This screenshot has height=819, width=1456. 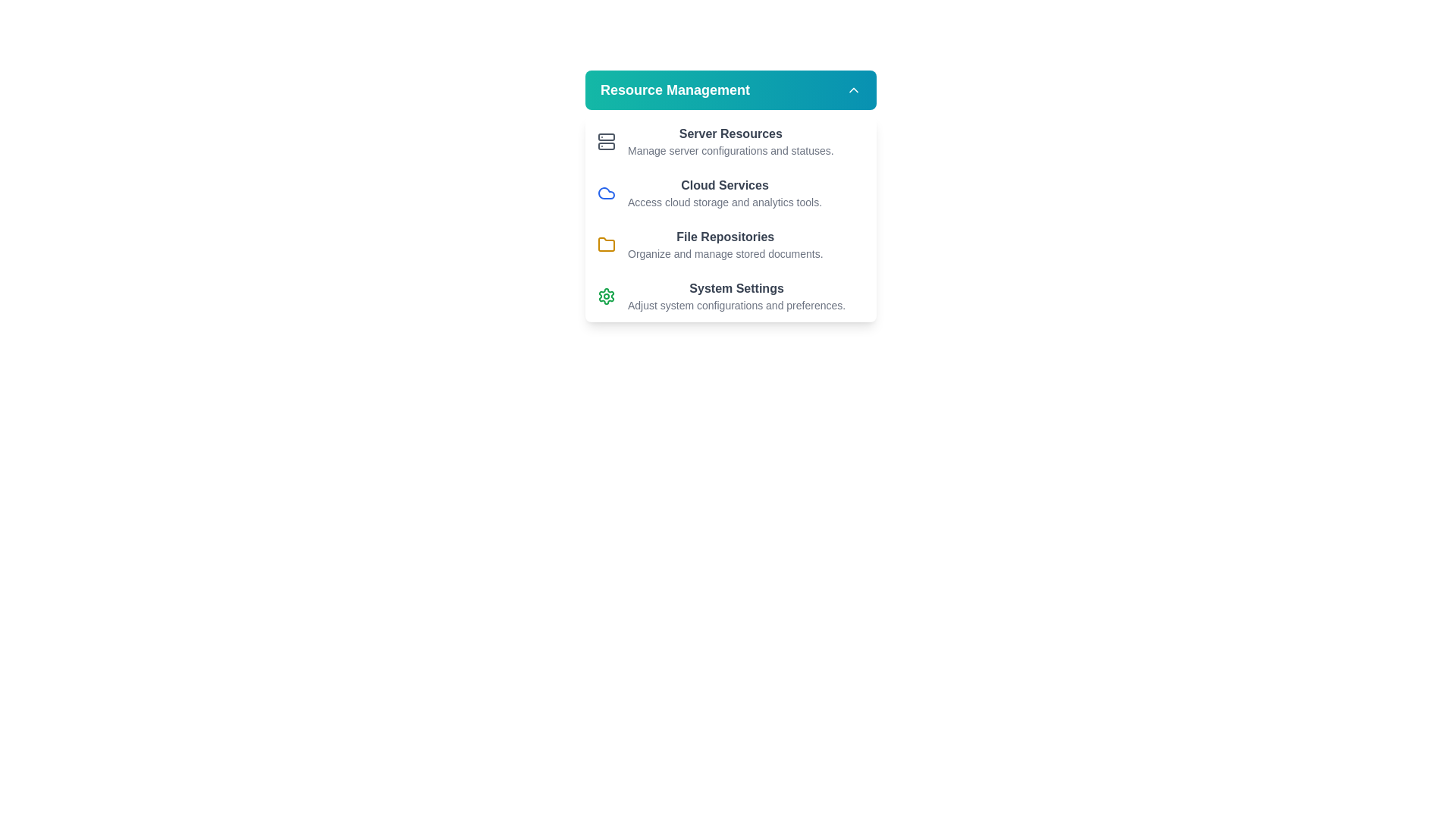 What do you see at coordinates (724, 244) in the screenshot?
I see `the 'File Repositories' navigation option in the 'Resource Management' menu, which is styled with a bold title and a description below it` at bounding box center [724, 244].